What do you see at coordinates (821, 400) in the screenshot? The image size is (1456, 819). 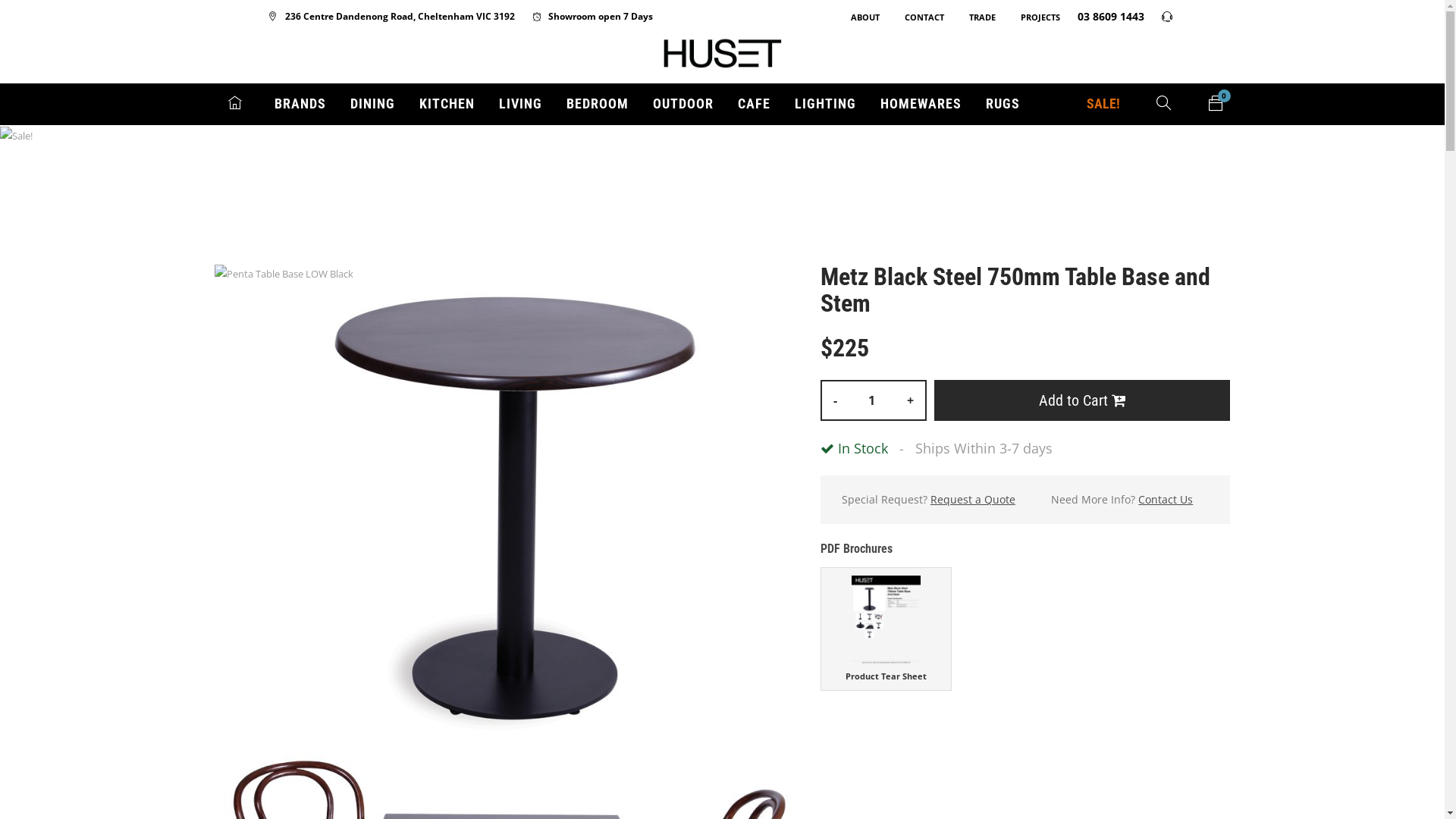 I see `'-'` at bounding box center [821, 400].